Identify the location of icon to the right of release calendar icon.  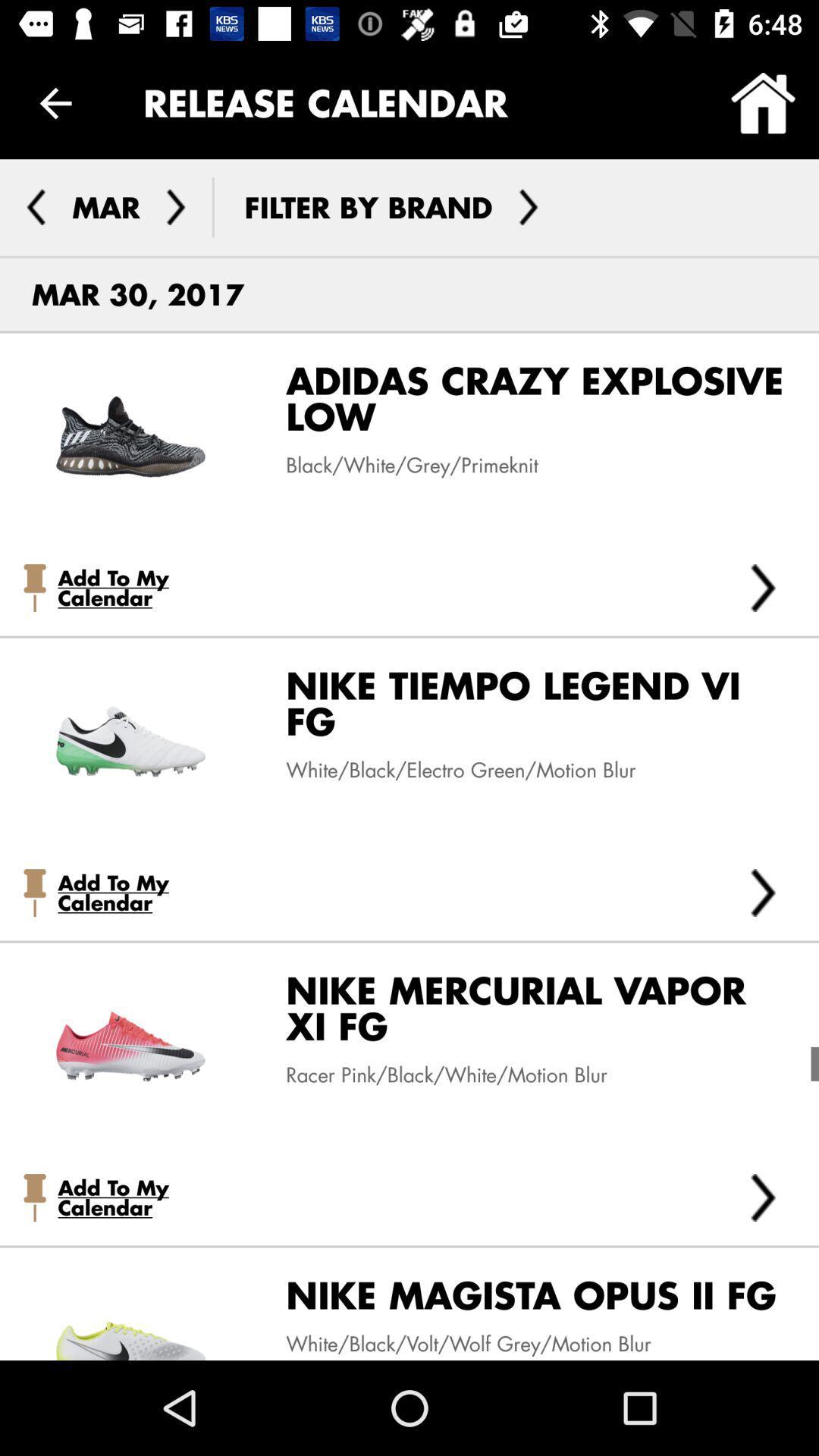
(763, 102).